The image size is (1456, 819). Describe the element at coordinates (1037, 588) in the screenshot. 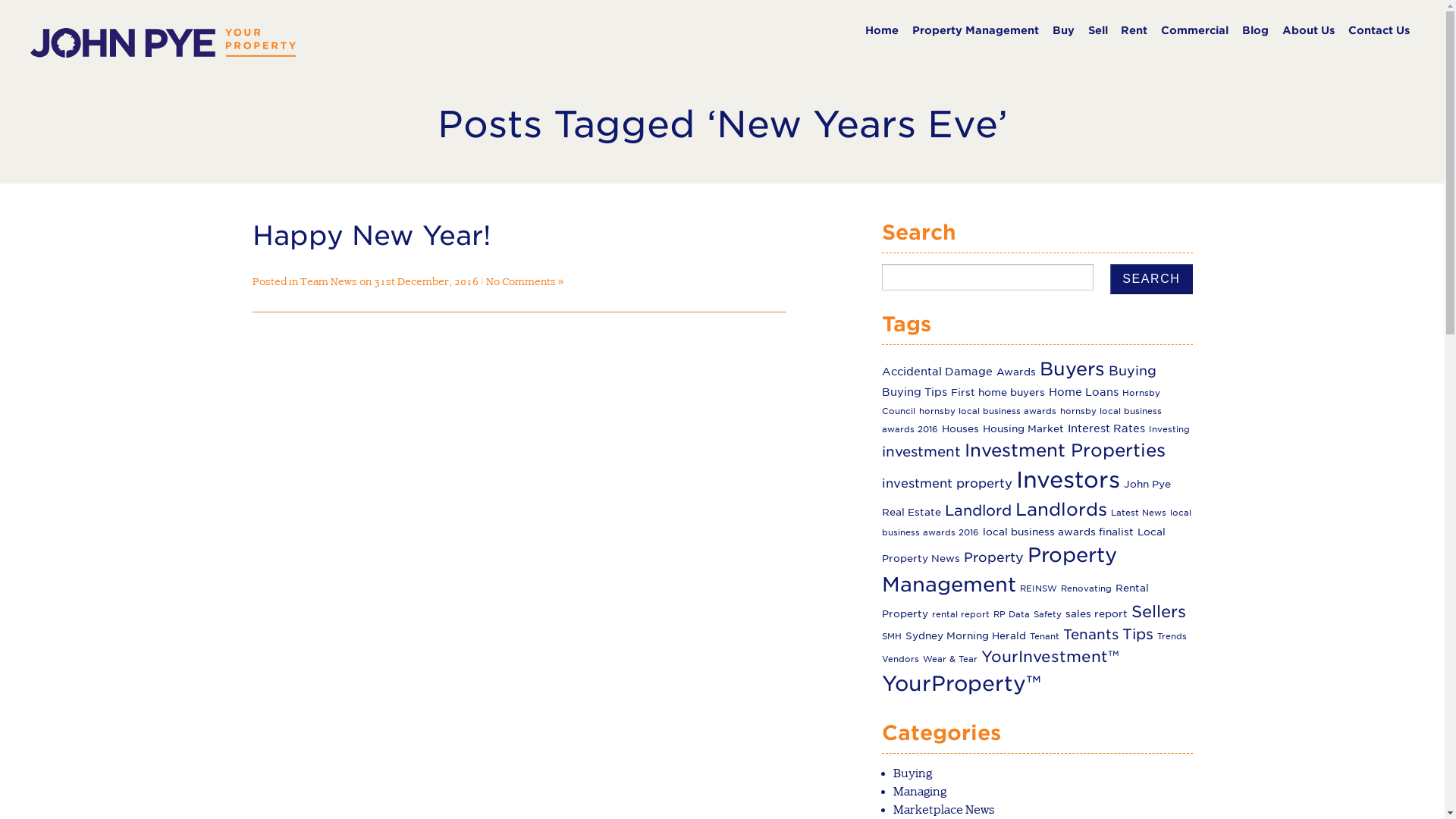

I see `'REINSW'` at that location.